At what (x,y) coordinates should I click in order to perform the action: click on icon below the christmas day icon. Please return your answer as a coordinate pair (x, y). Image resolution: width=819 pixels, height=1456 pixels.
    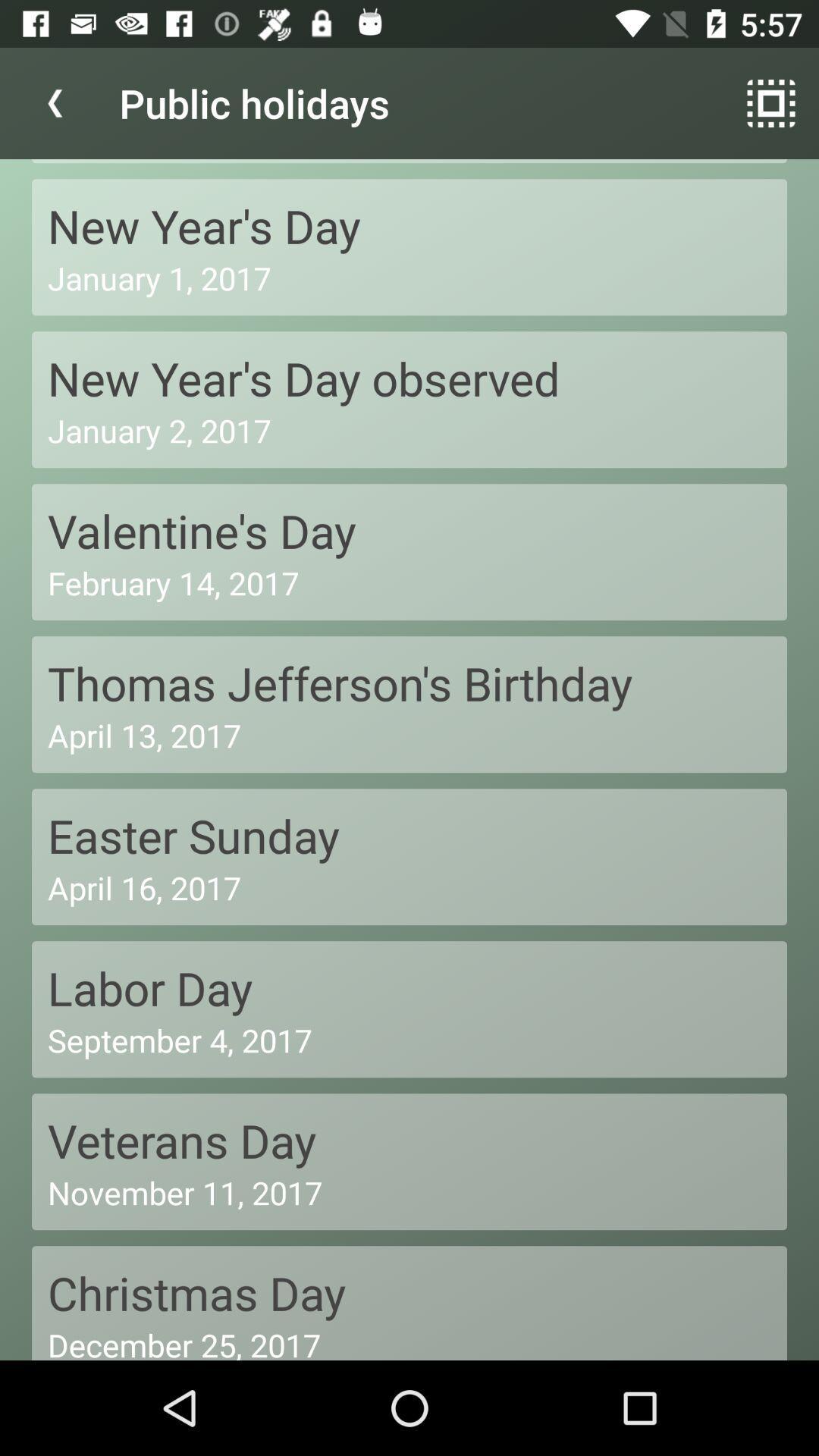
    Looking at the image, I should click on (409, 1341).